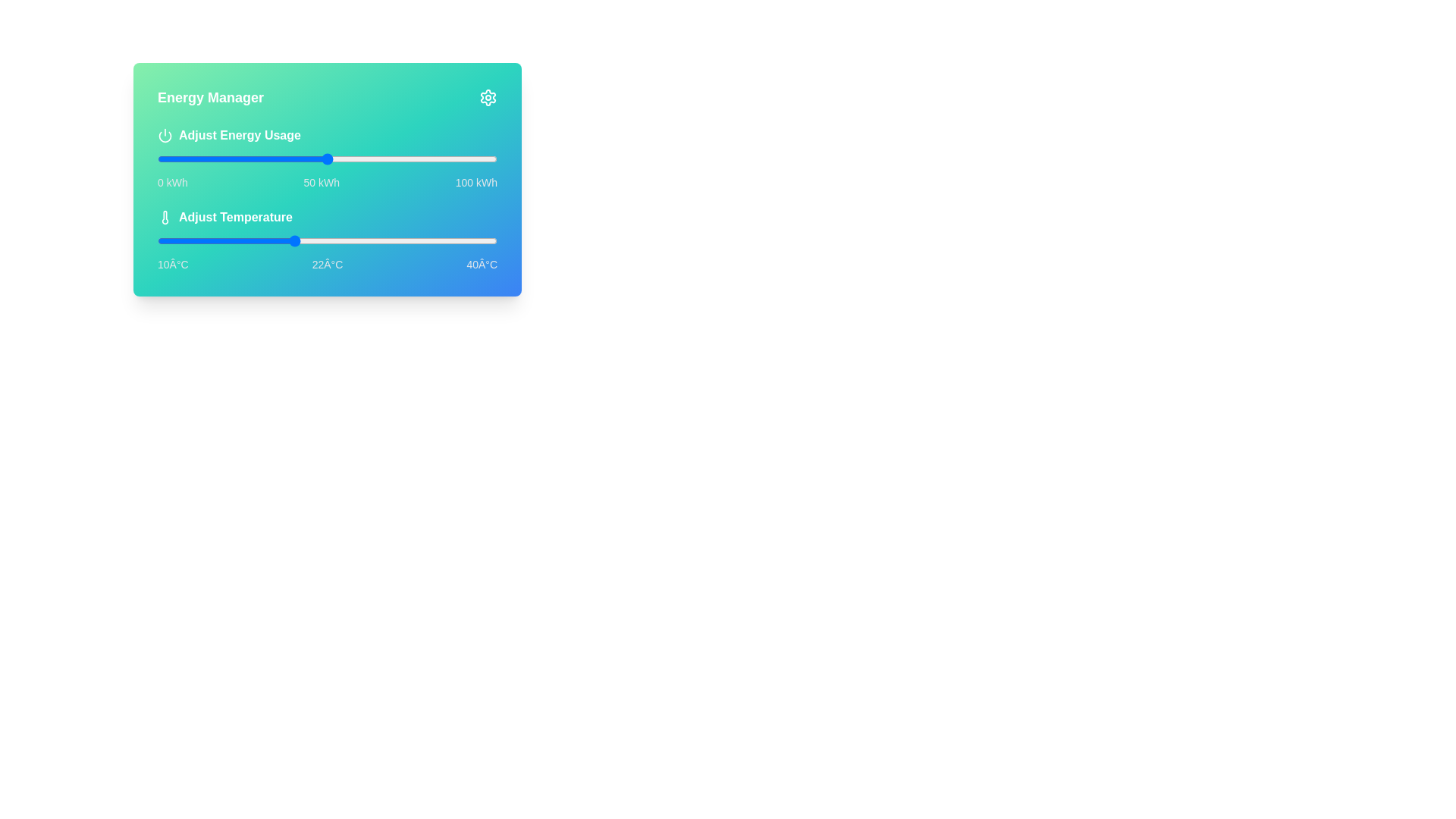 The height and width of the screenshot is (819, 1456). What do you see at coordinates (406, 240) in the screenshot?
I see `the temperature to 32°C using the slider` at bounding box center [406, 240].